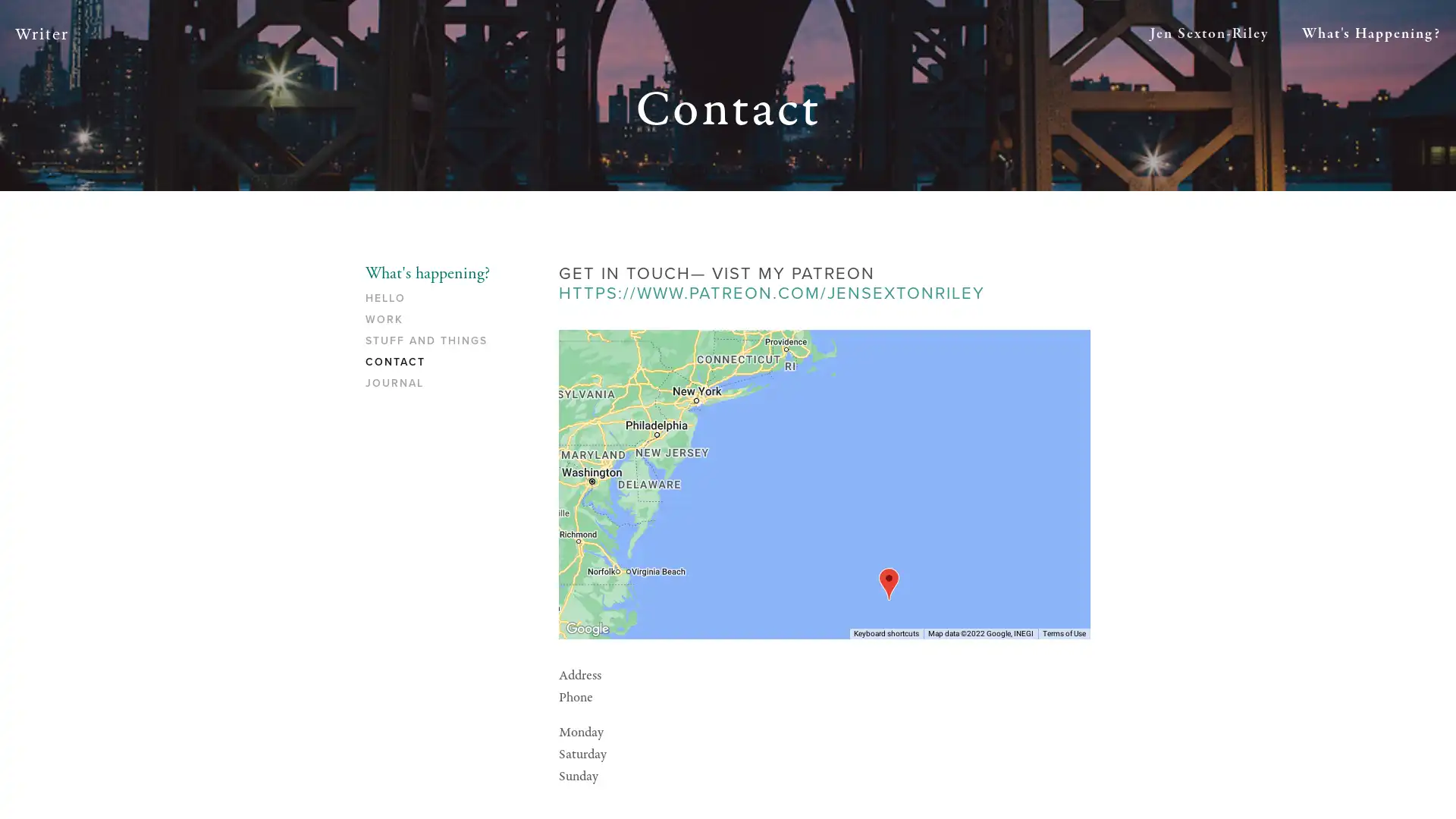 The width and height of the screenshot is (1456, 819). What do you see at coordinates (888, 582) in the screenshot?
I see `bass river, massachusetts, USA` at bounding box center [888, 582].